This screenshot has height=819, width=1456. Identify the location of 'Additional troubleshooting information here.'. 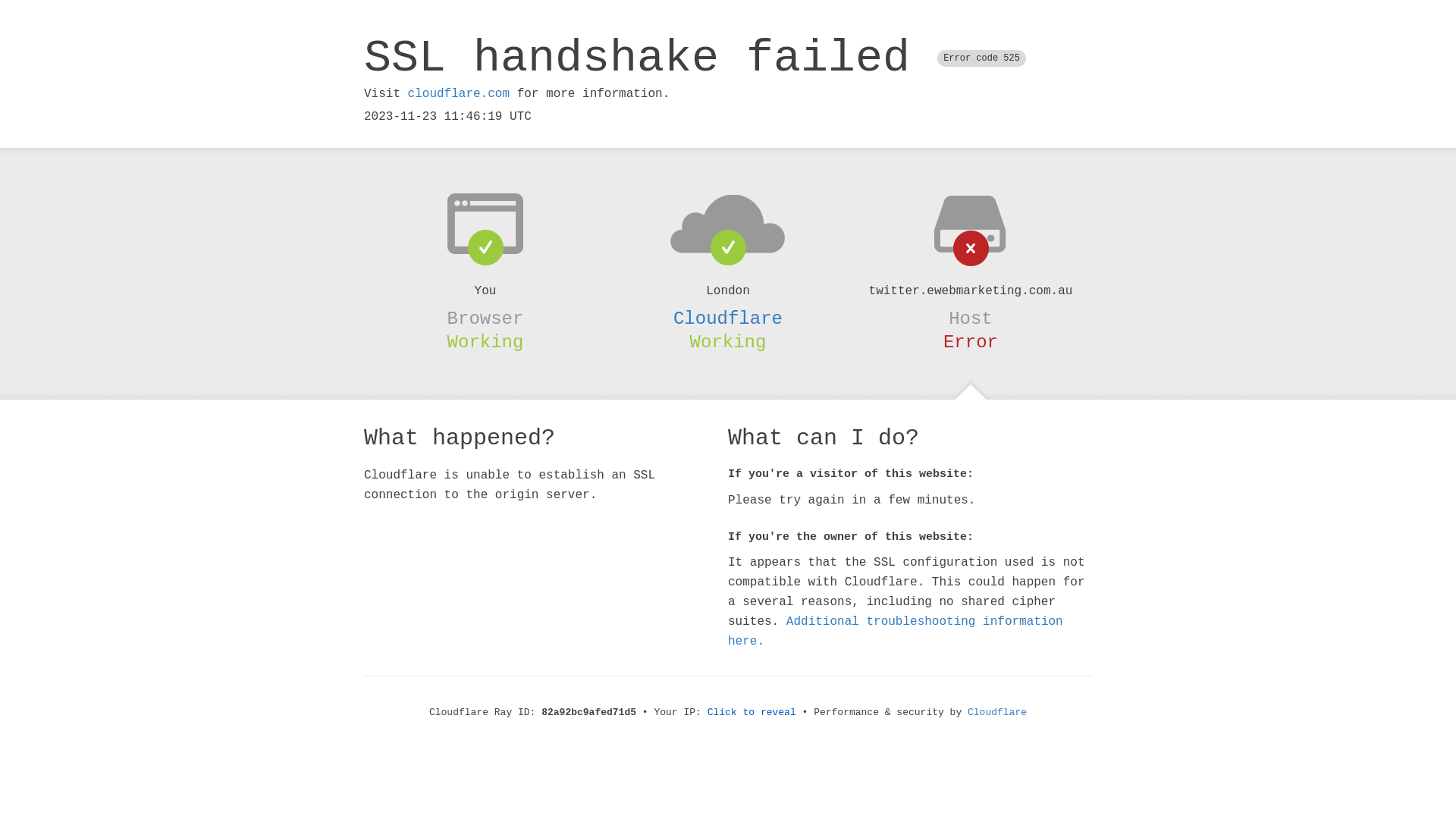
(895, 632).